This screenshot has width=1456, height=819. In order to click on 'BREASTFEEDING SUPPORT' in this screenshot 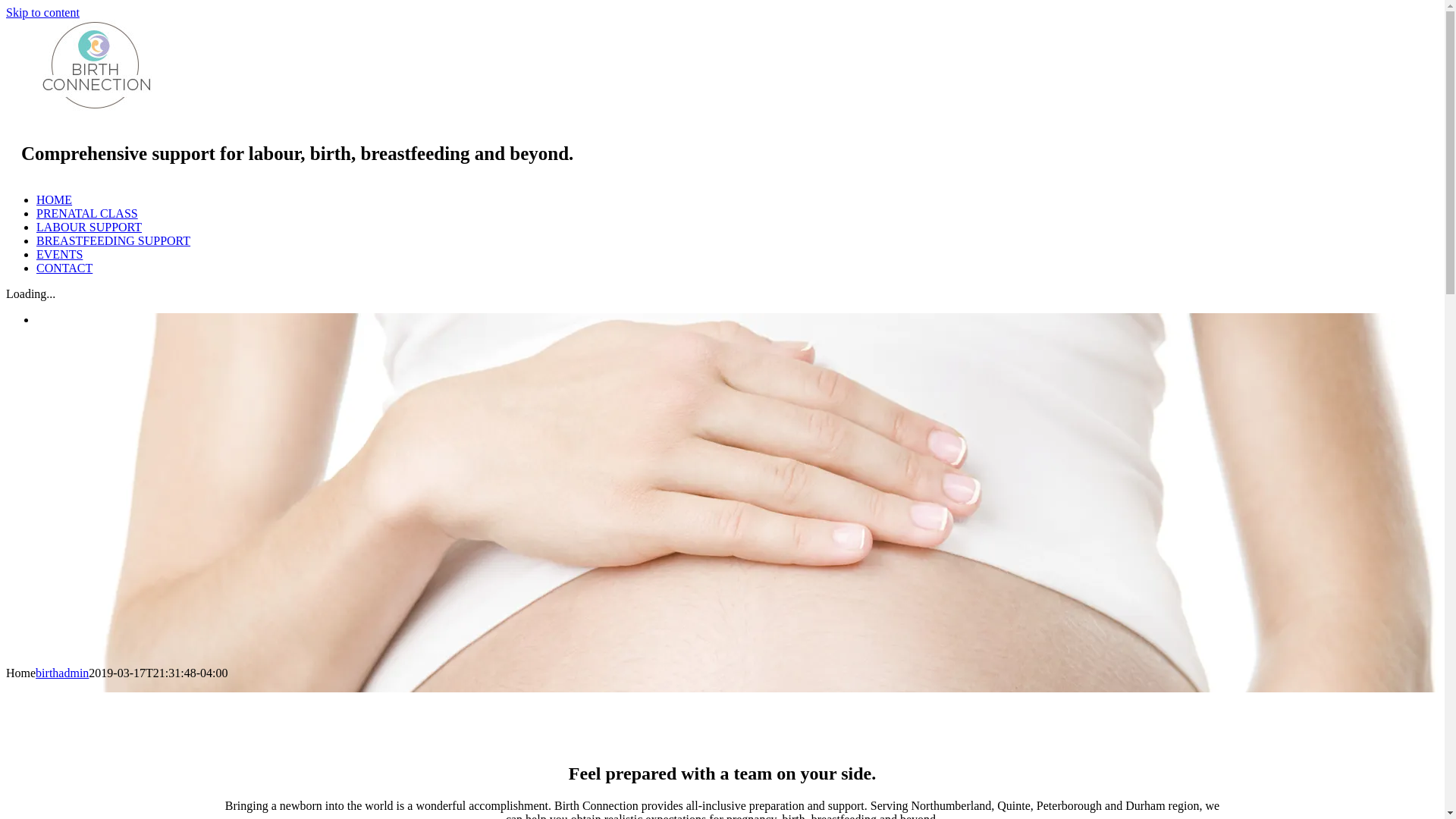, I will do `click(112, 240)`.